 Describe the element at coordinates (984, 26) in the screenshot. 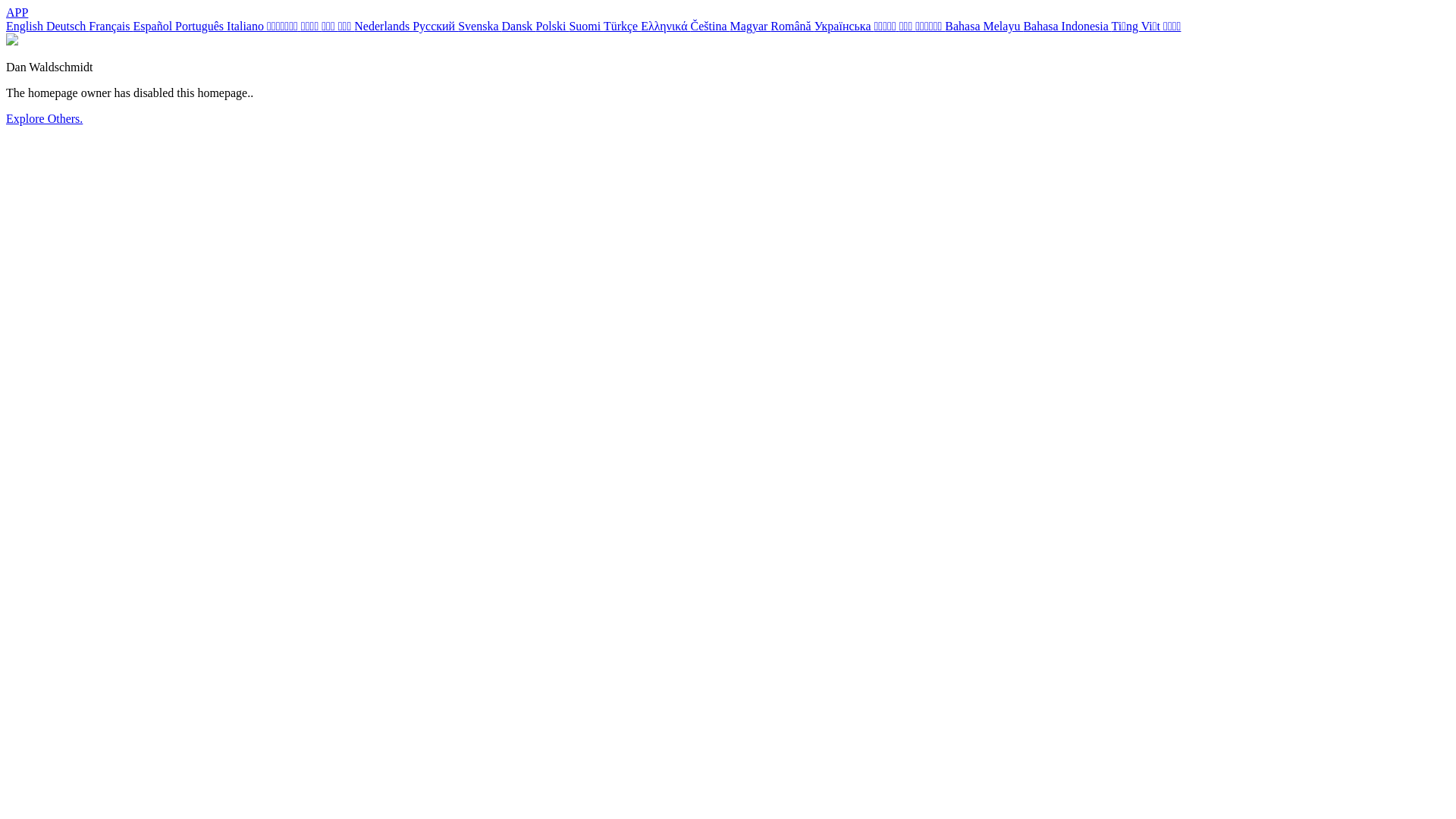

I see `'Bahasa Melayu'` at that location.